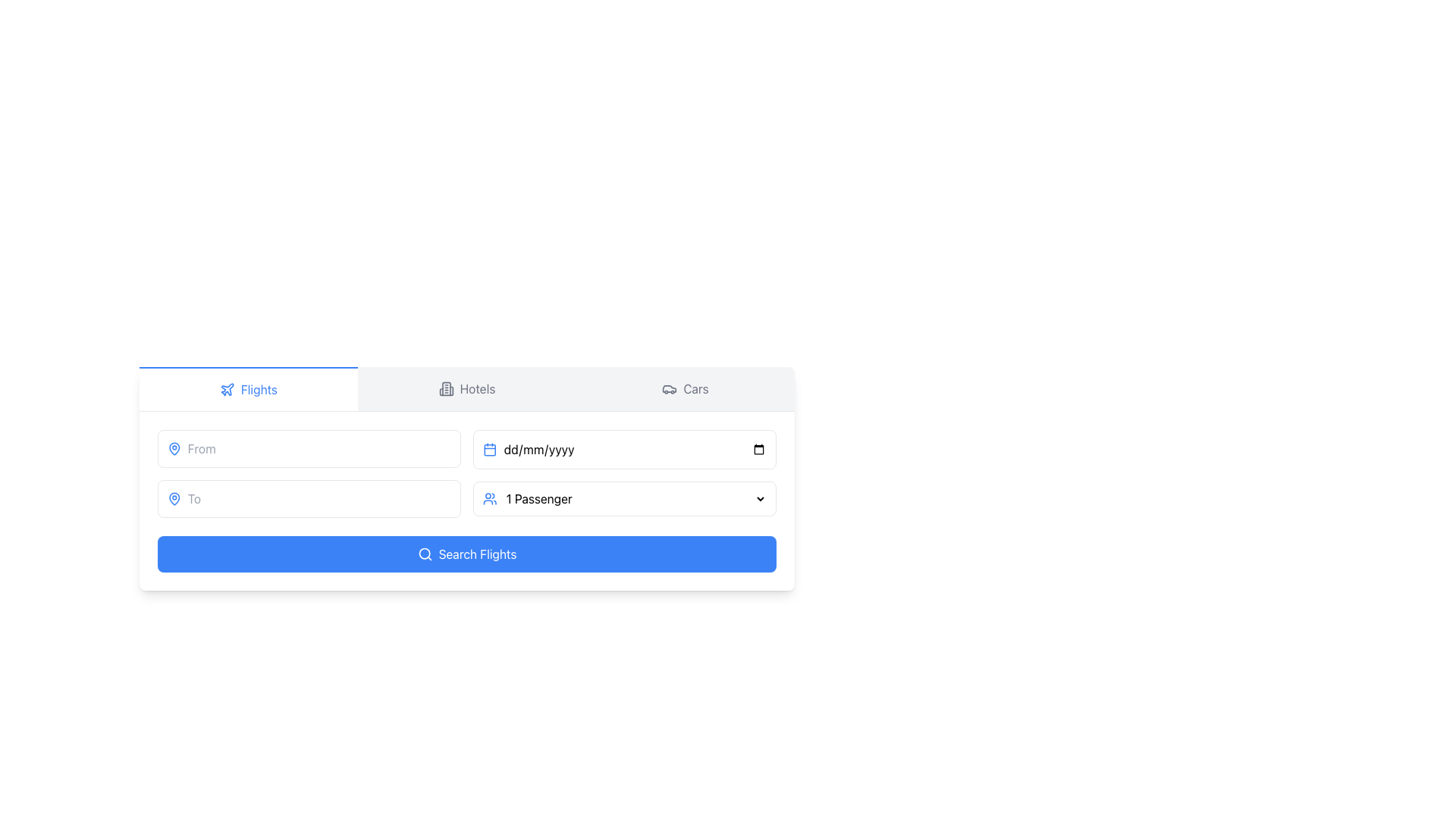 Image resolution: width=1456 pixels, height=819 pixels. Describe the element at coordinates (425, 554) in the screenshot. I see `the magnifying glass icon, which is a white outlined SVG graphic on the blue 'Search Flights' button` at that location.